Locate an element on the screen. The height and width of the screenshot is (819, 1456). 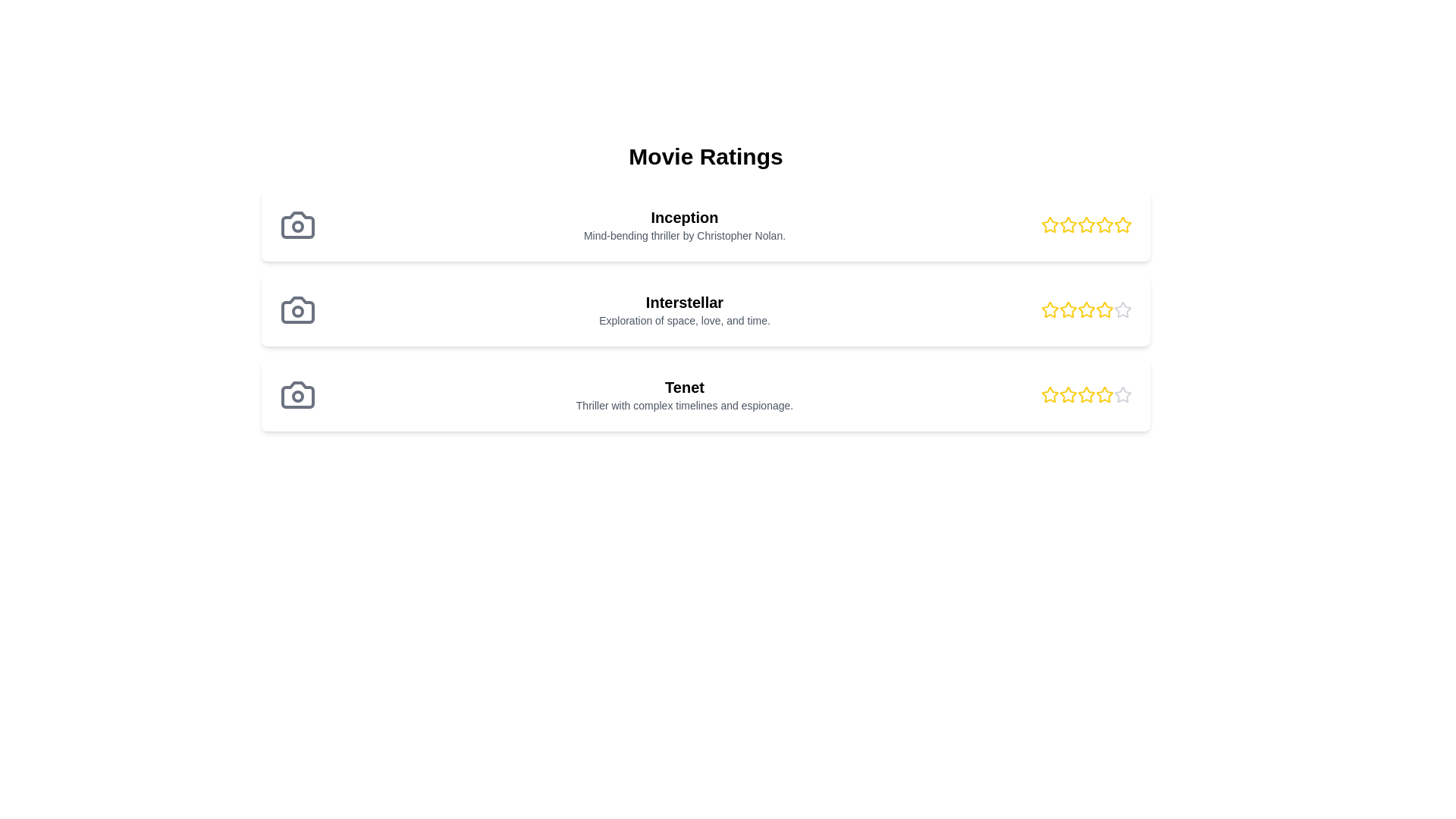
the third star icon in the rating component for the movie 'Tenet' is located at coordinates (1103, 394).